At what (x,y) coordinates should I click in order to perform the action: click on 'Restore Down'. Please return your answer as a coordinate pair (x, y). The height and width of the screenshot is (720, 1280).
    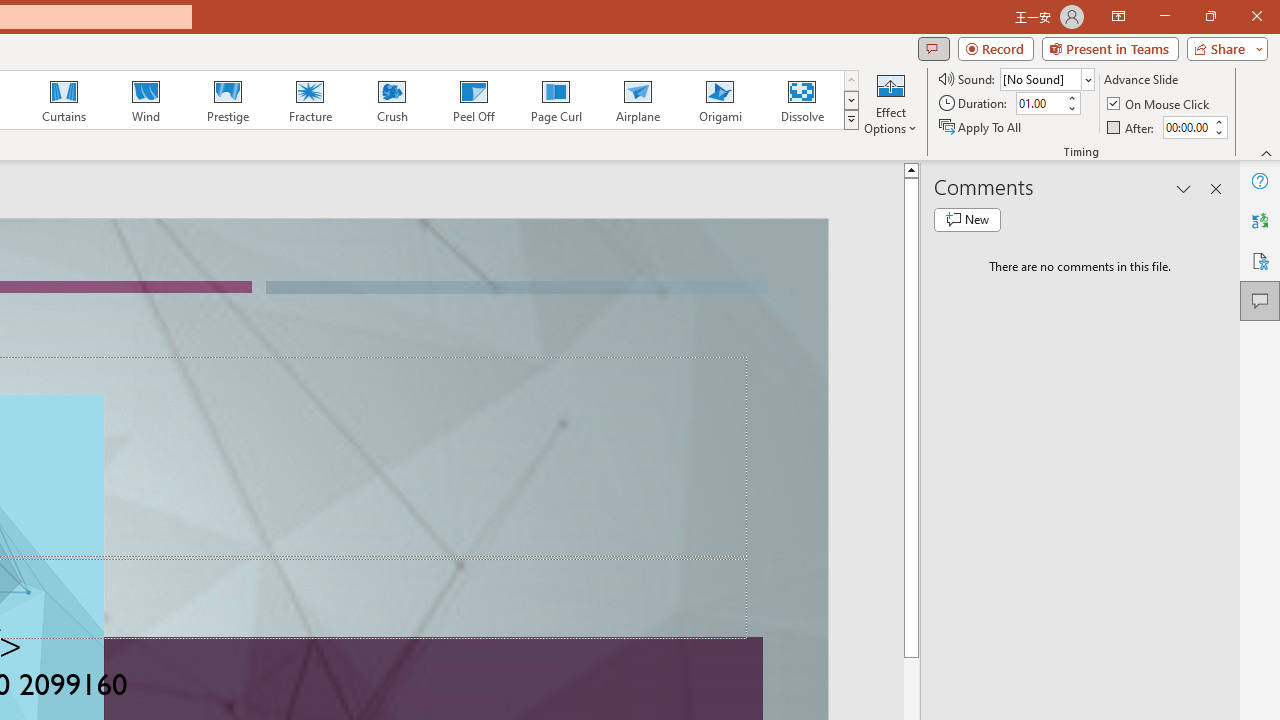
    Looking at the image, I should click on (1209, 16).